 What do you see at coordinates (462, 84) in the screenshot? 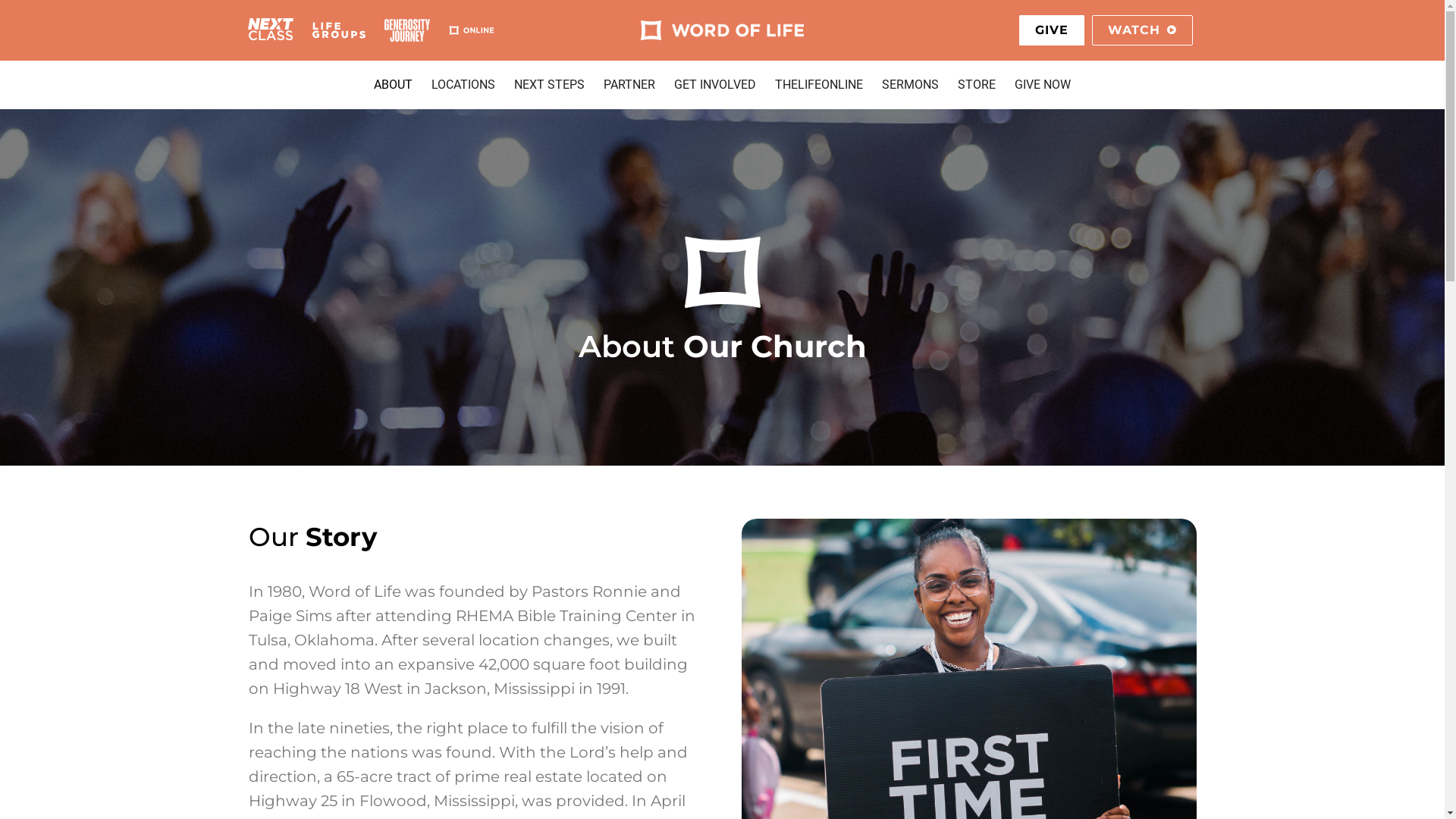
I see `'LOCATIONS'` at bounding box center [462, 84].